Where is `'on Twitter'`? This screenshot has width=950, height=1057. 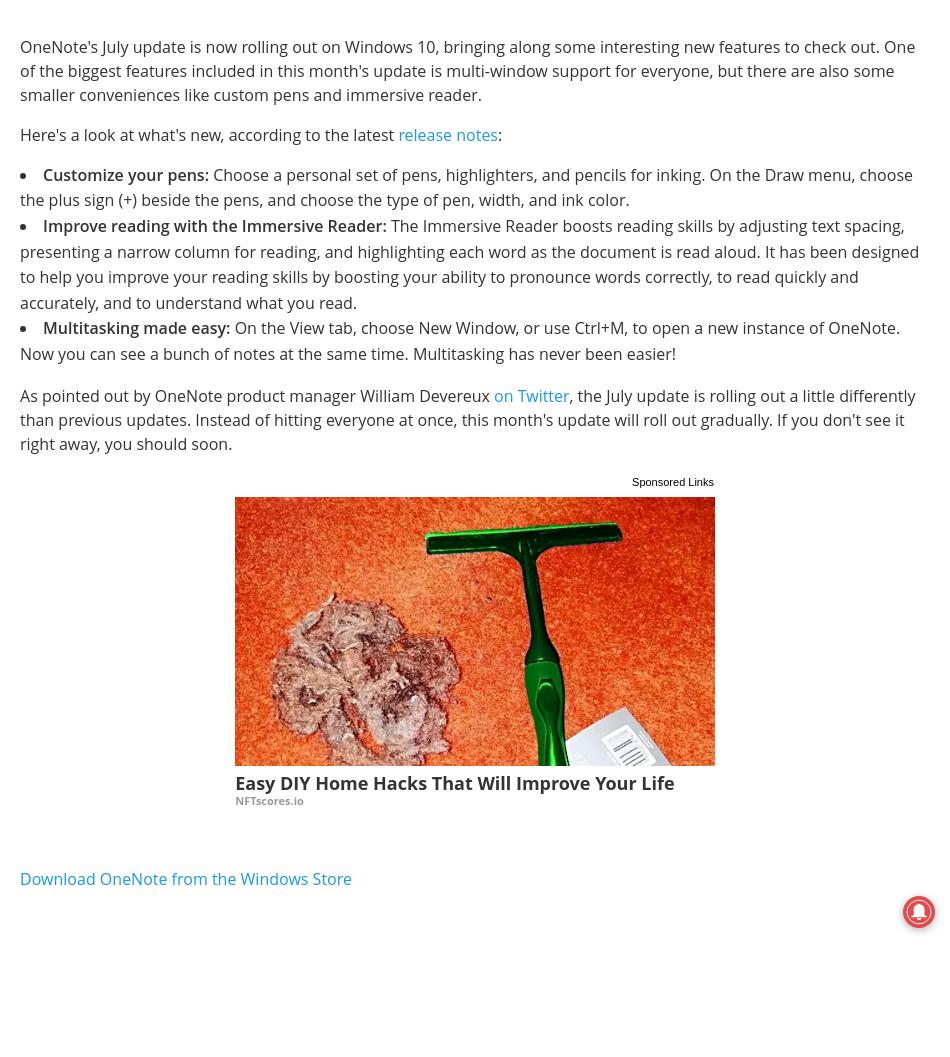 'on Twitter' is located at coordinates (531, 394).